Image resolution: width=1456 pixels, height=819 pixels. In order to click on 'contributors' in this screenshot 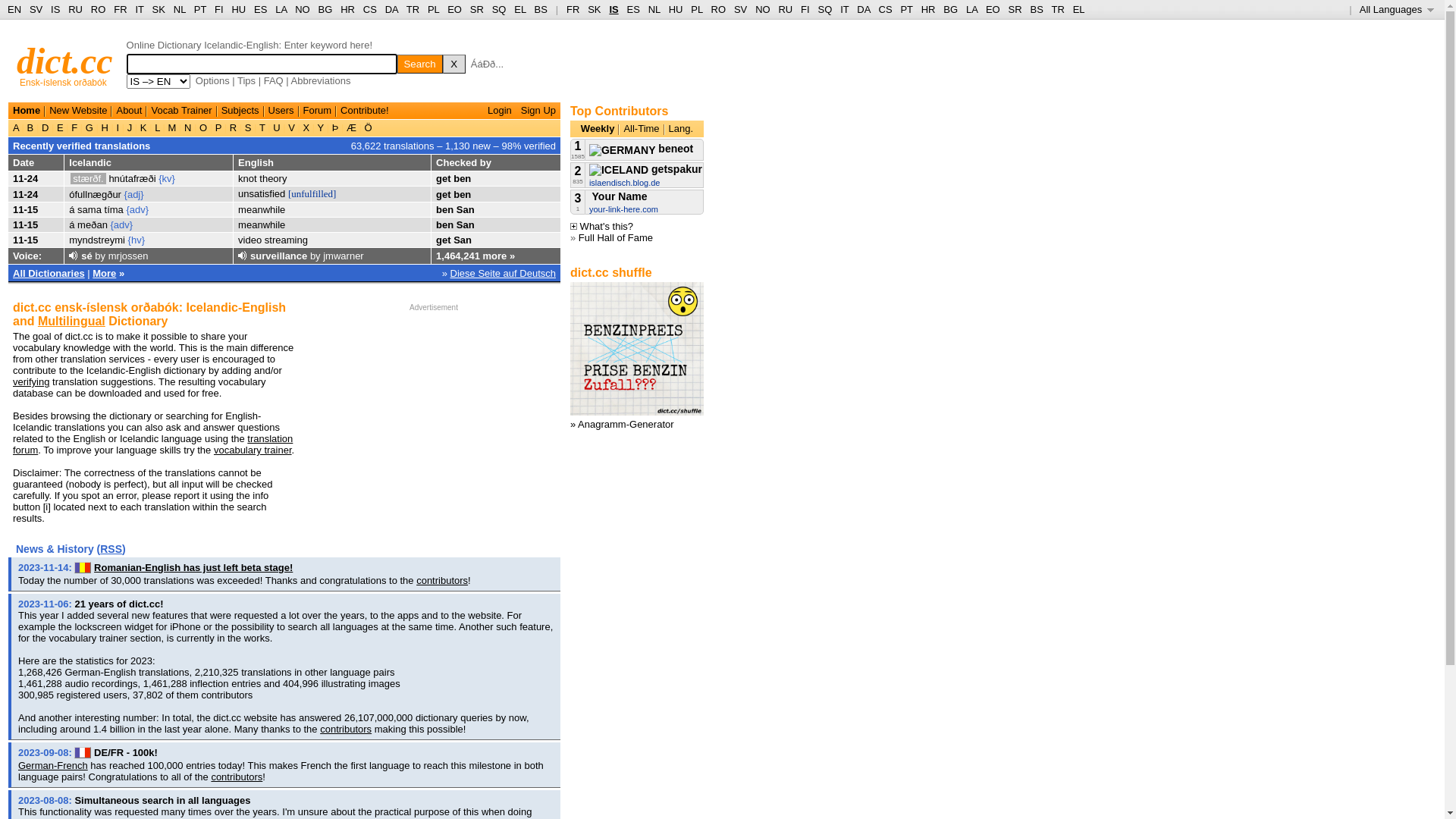, I will do `click(236, 777)`.